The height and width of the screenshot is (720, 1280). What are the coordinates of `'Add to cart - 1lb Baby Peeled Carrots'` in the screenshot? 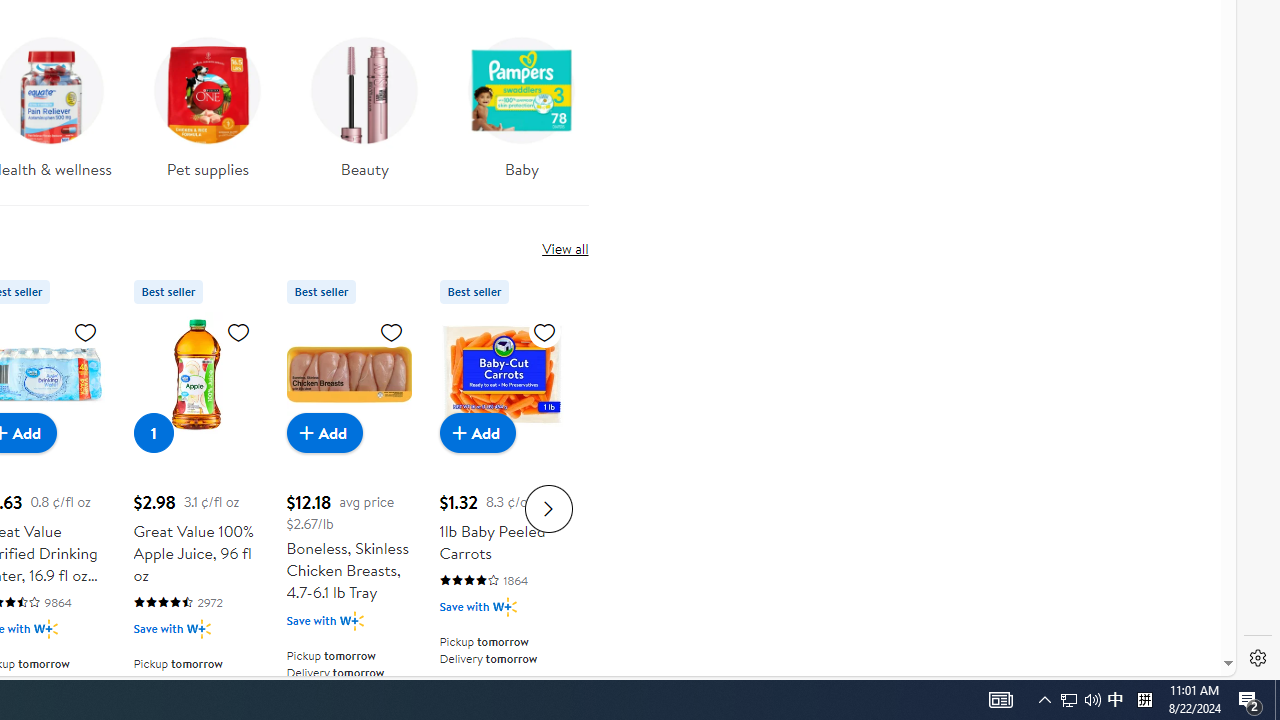 It's located at (477, 431).